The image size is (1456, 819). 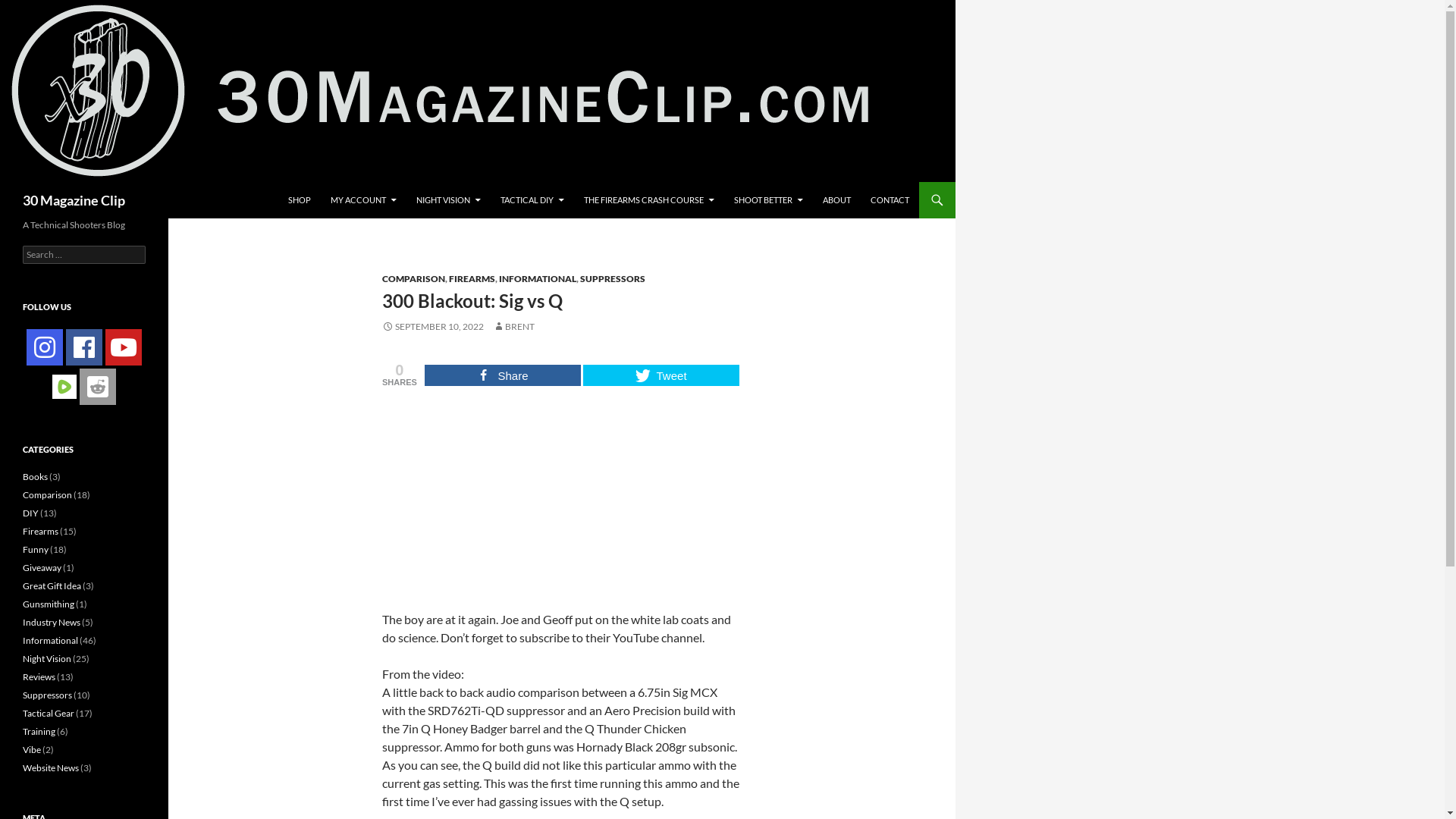 What do you see at coordinates (48, 603) in the screenshot?
I see `'Gunsmithing'` at bounding box center [48, 603].